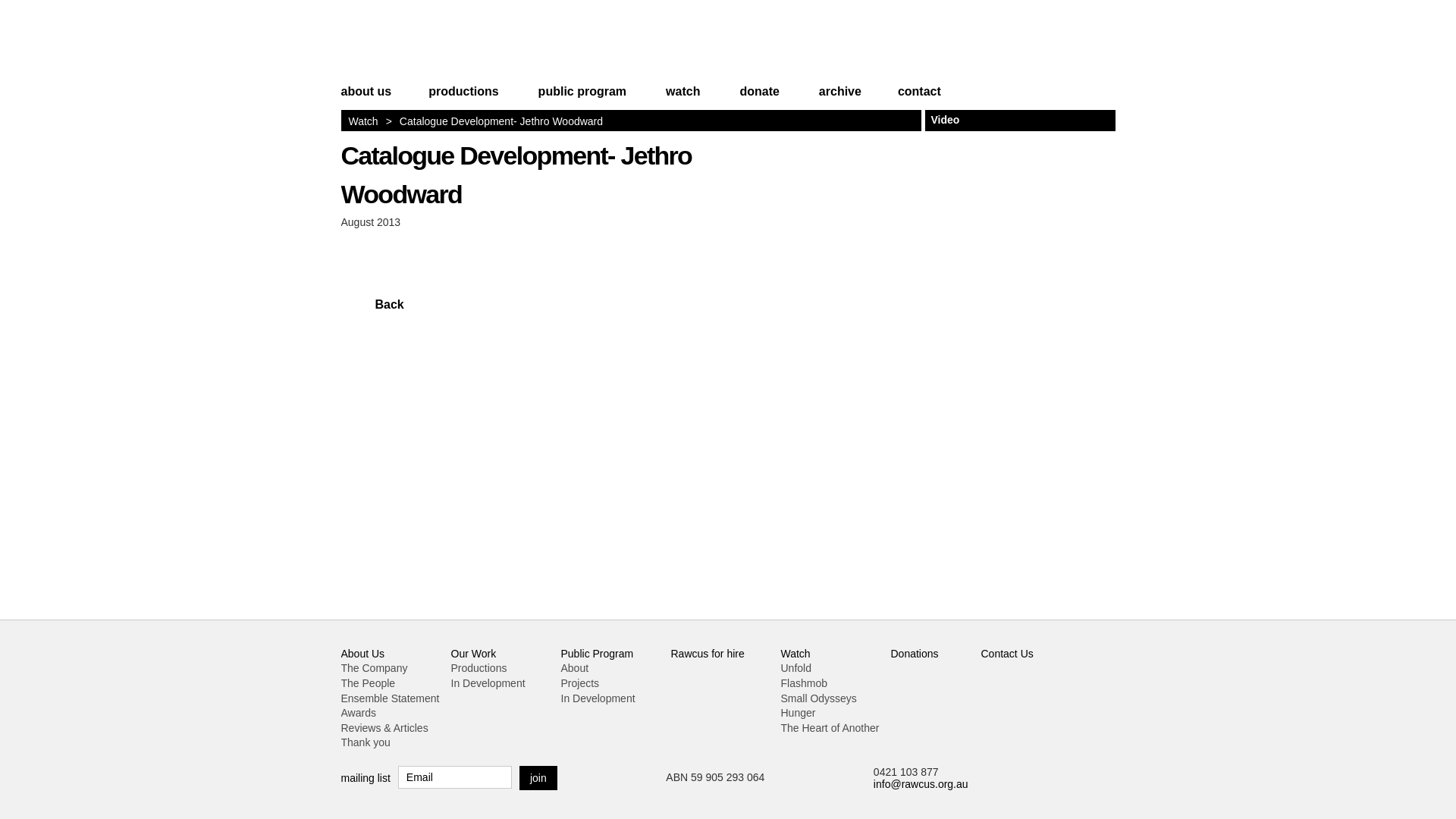 This screenshot has height=819, width=1456. What do you see at coordinates (924, 241) in the screenshot?
I see `'Jethro Woodward - cool bloke, handsome, sonically gifted'` at bounding box center [924, 241].